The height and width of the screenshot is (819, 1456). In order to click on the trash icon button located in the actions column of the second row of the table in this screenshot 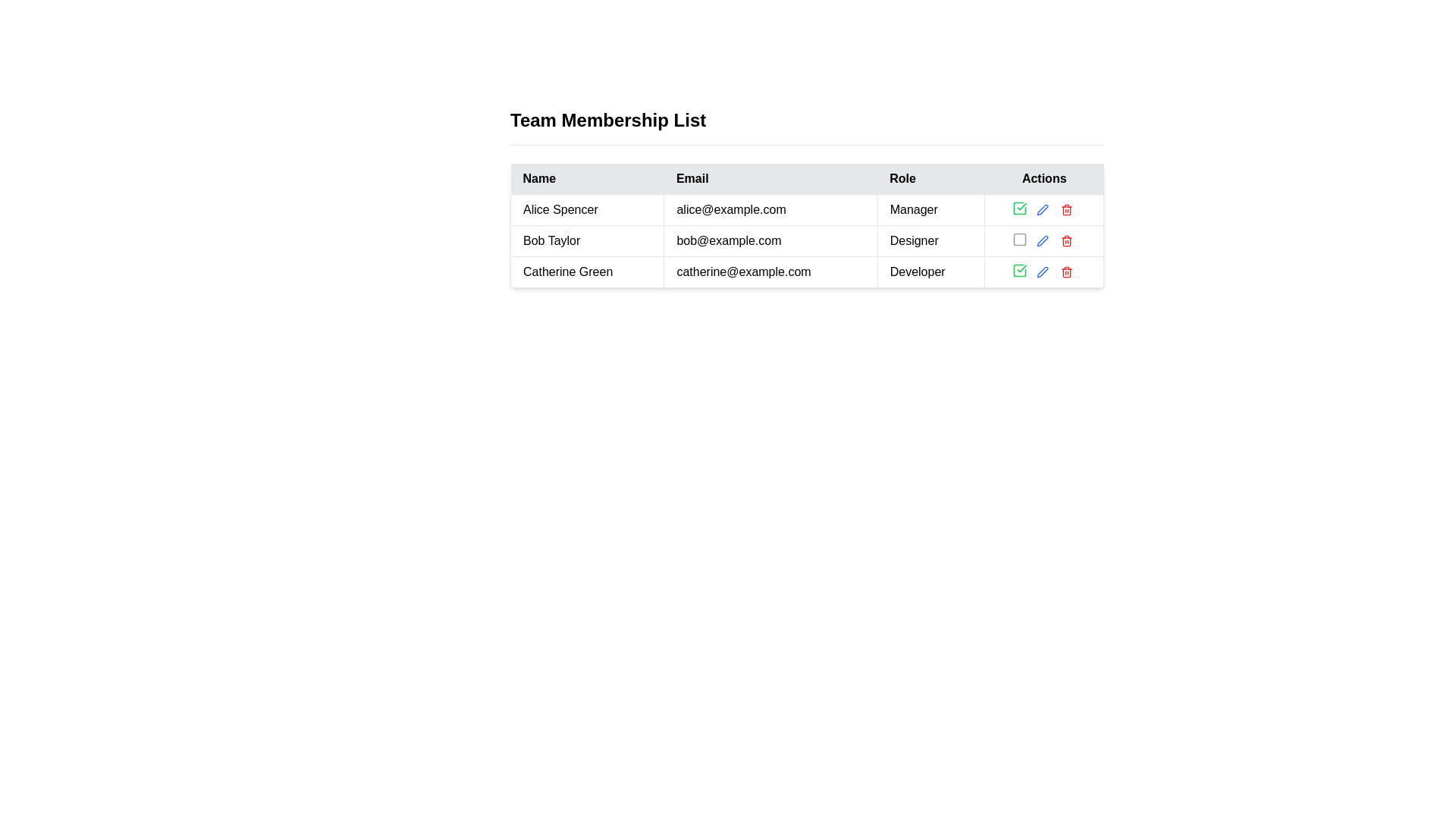, I will do `click(1066, 240)`.